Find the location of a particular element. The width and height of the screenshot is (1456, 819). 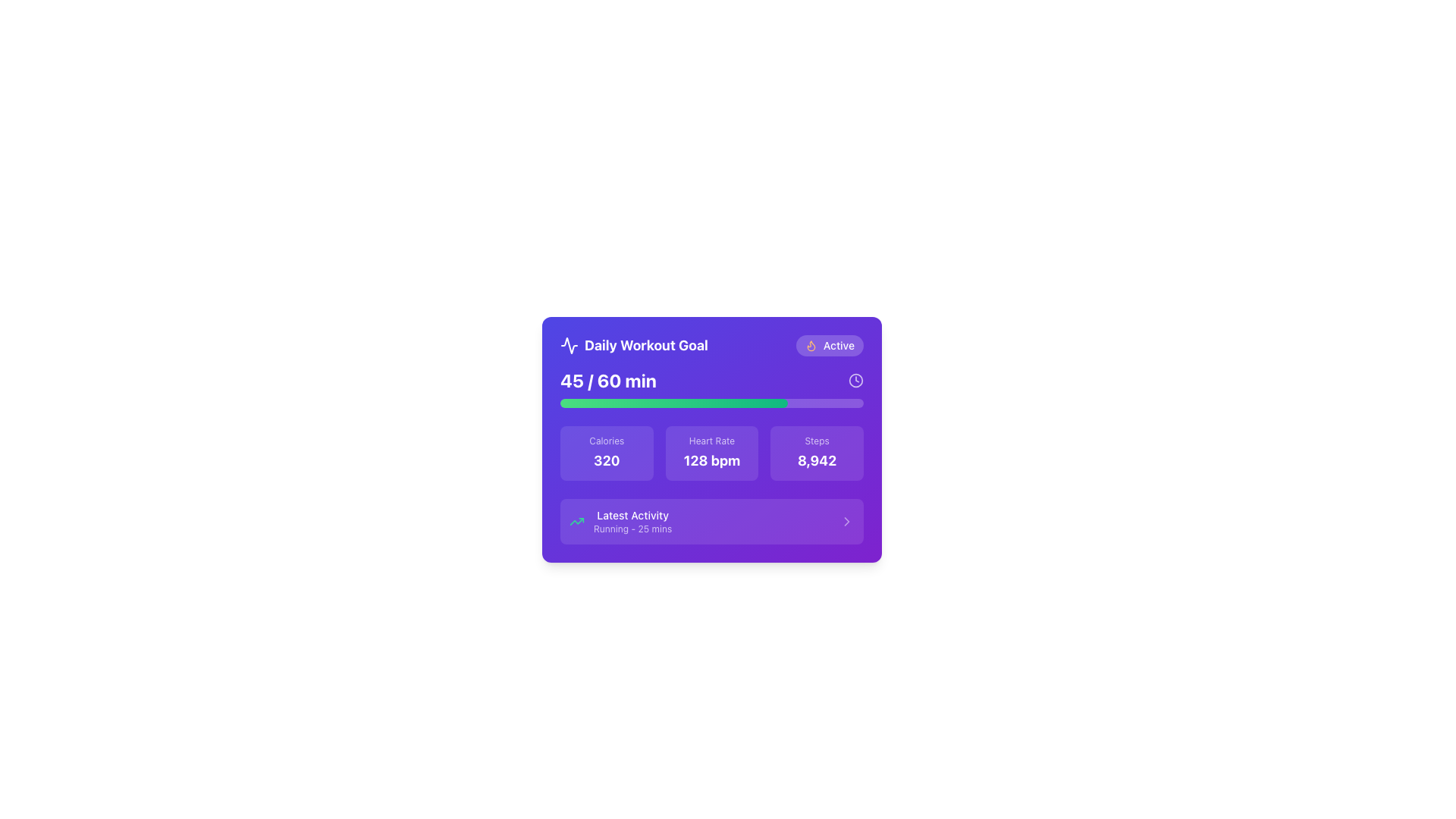

the activity icon located in the top-right section of the 'Daily Workout Goal' interface card, which is near the 'Active' label is located at coordinates (811, 346).